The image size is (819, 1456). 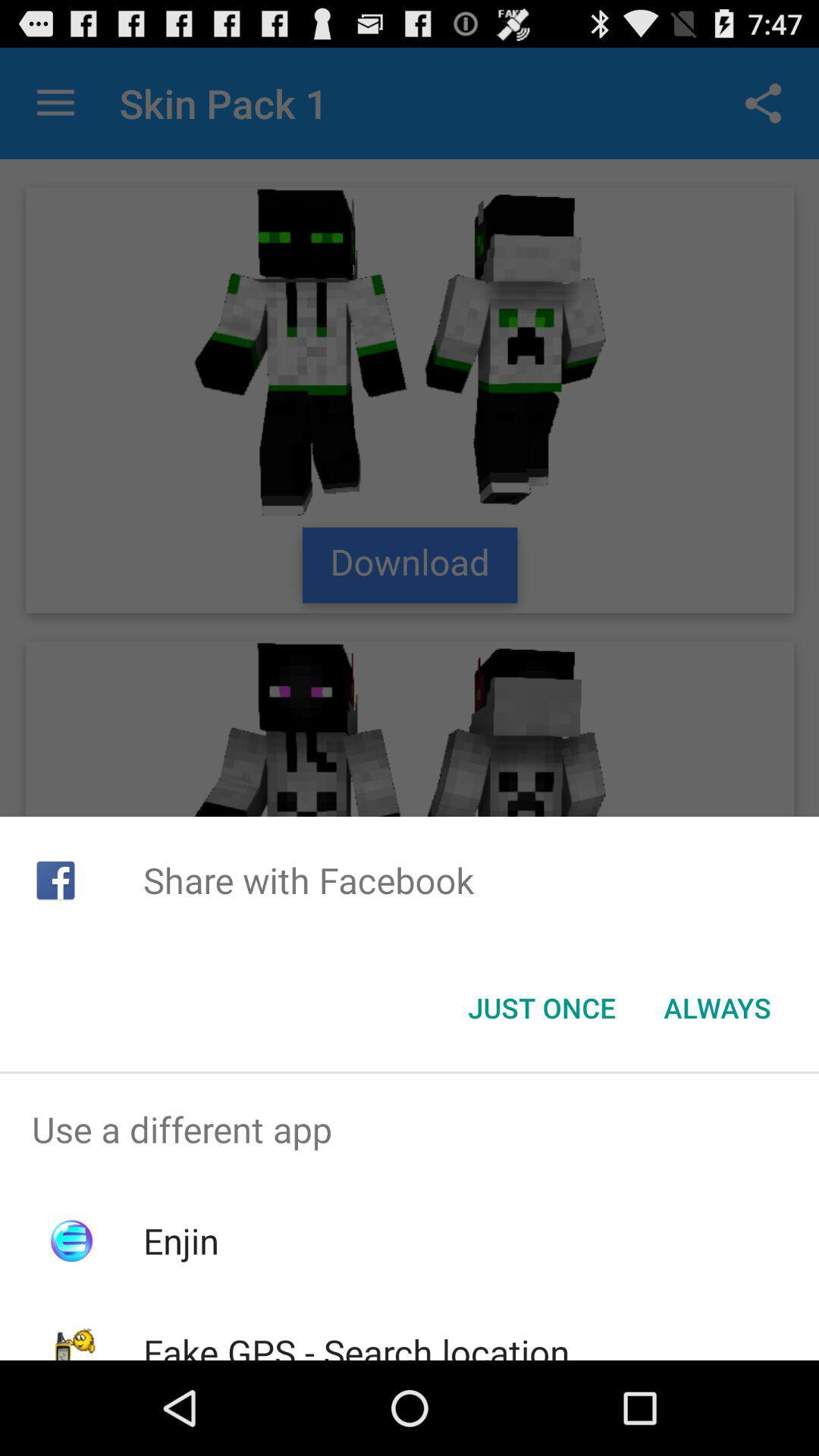 I want to click on icon next to the just once item, so click(x=717, y=1008).